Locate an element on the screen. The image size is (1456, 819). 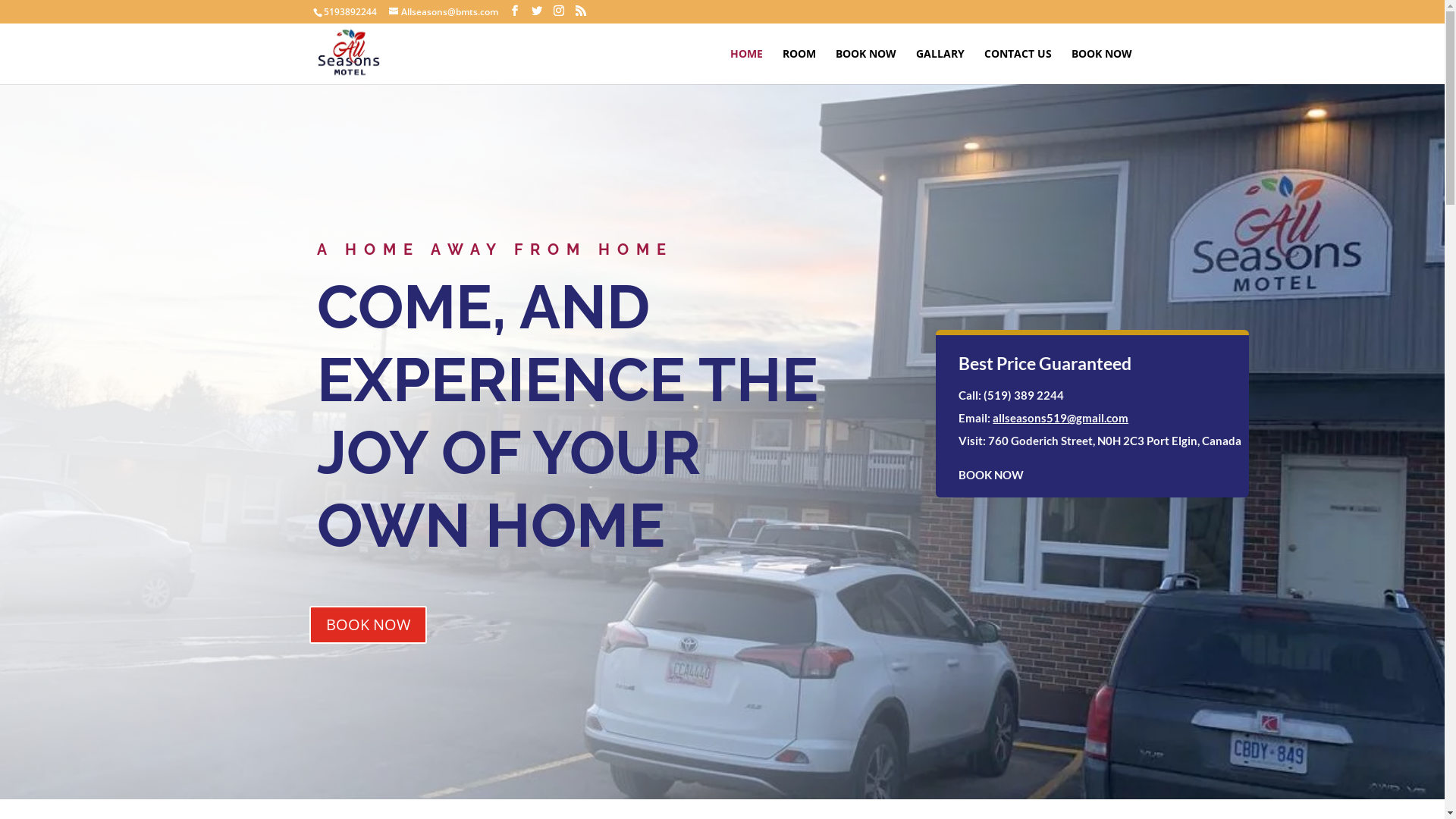
'HOME' is located at coordinates (745, 65).